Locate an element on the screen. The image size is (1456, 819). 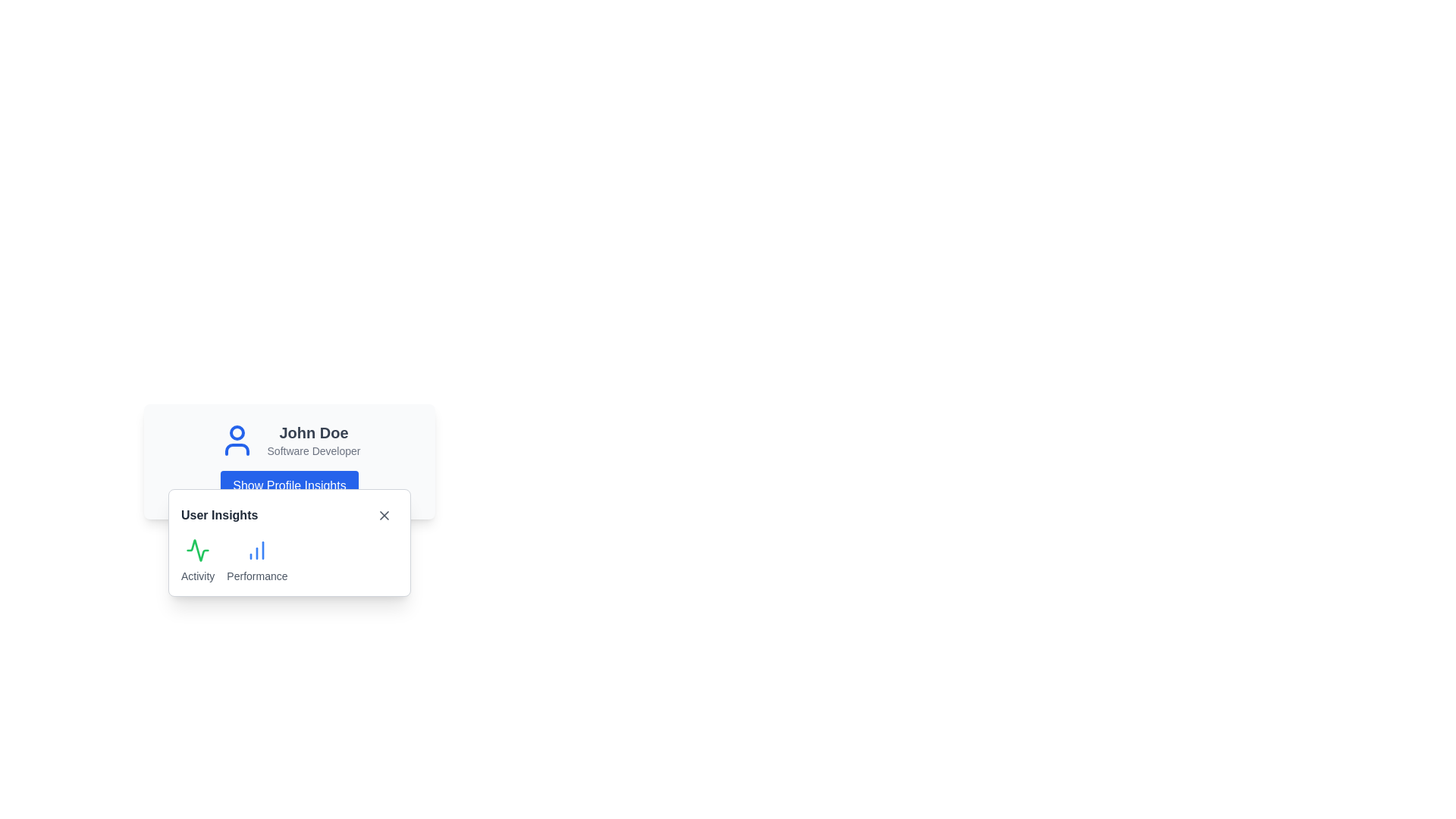
the text label displaying 'Performance' in gray color, located below the icon in the 'User Insights' popup window is located at coordinates (257, 576).